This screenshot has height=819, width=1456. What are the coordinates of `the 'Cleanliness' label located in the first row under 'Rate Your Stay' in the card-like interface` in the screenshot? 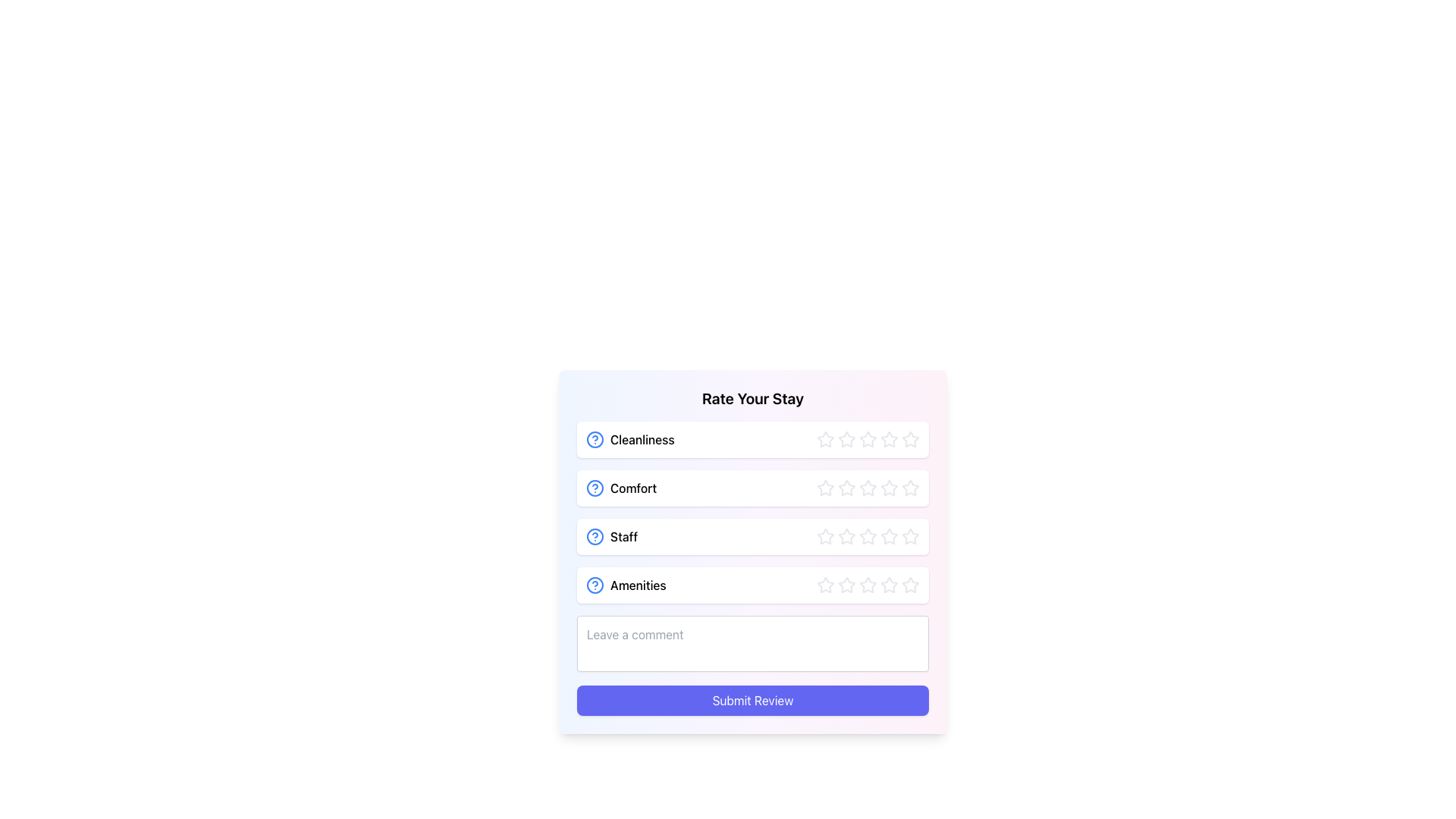 It's located at (642, 439).